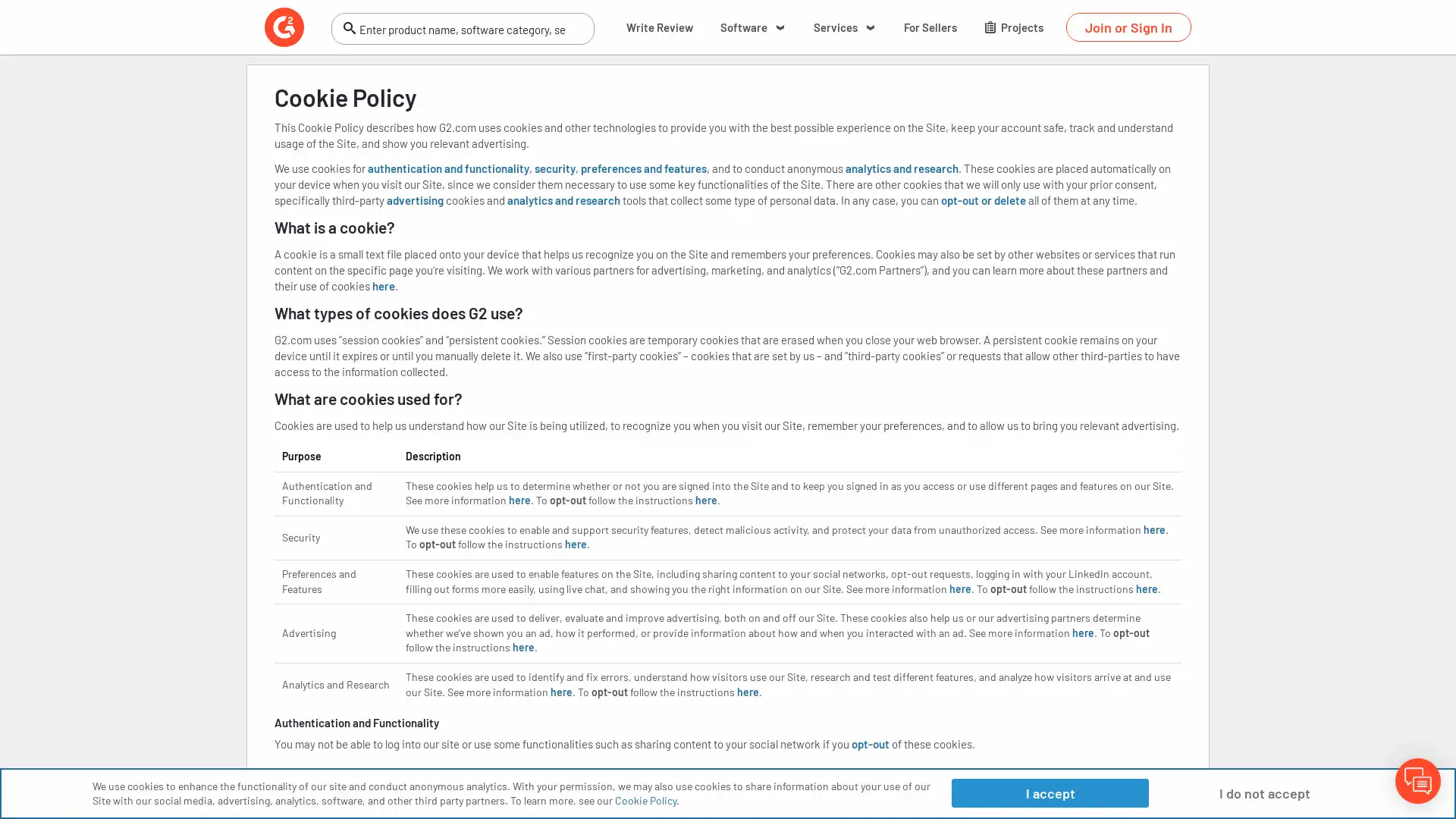 The width and height of the screenshot is (1456, 819). What do you see at coordinates (1049, 792) in the screenshot?
I see `I accept` at bounding box center [1049, 792].